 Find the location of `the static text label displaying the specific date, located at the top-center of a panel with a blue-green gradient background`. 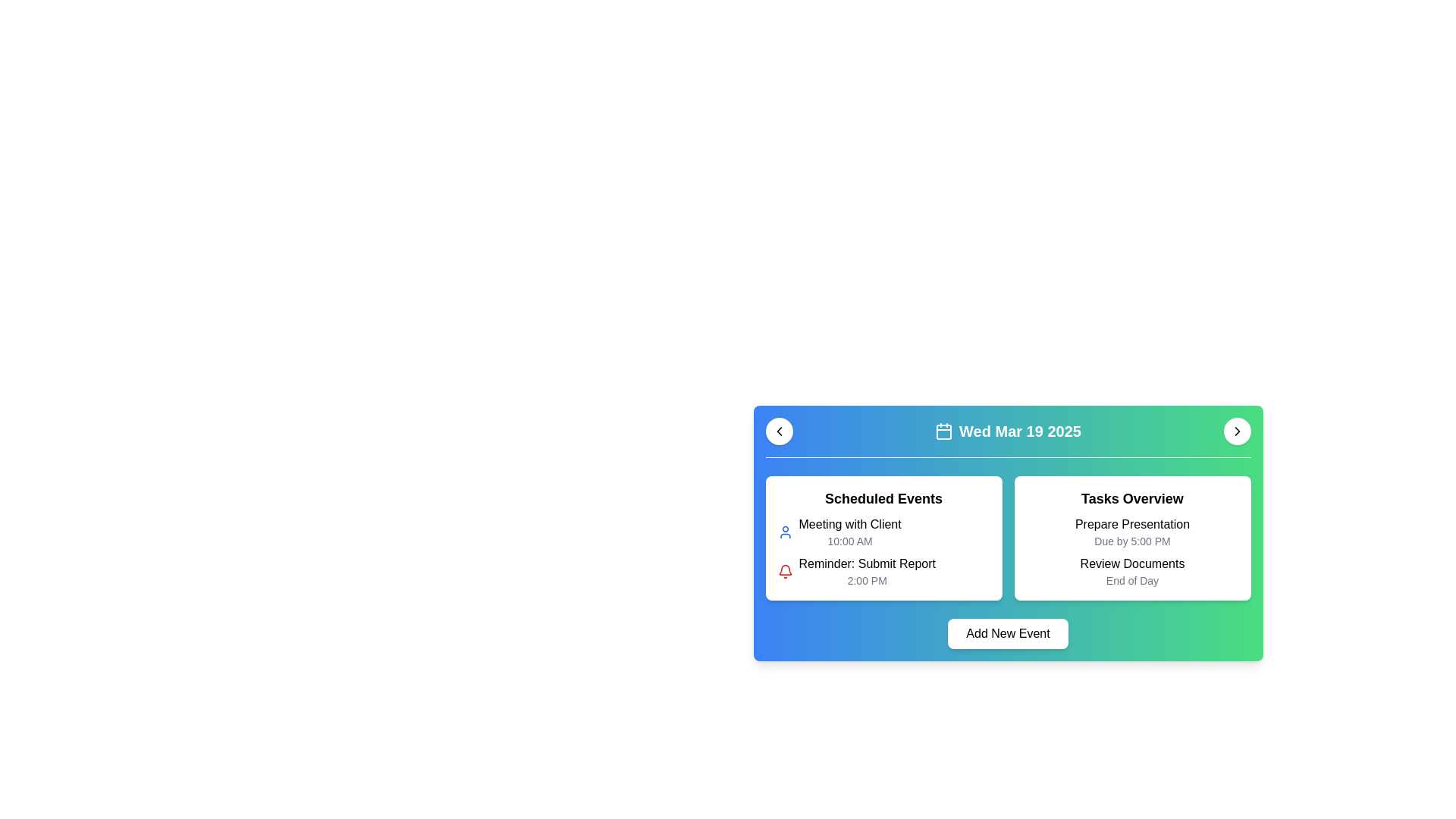

the static text label displaying the specific date, located at the top-center of a panel with a blue-green gradient background is located at coordinates (1020, 431).